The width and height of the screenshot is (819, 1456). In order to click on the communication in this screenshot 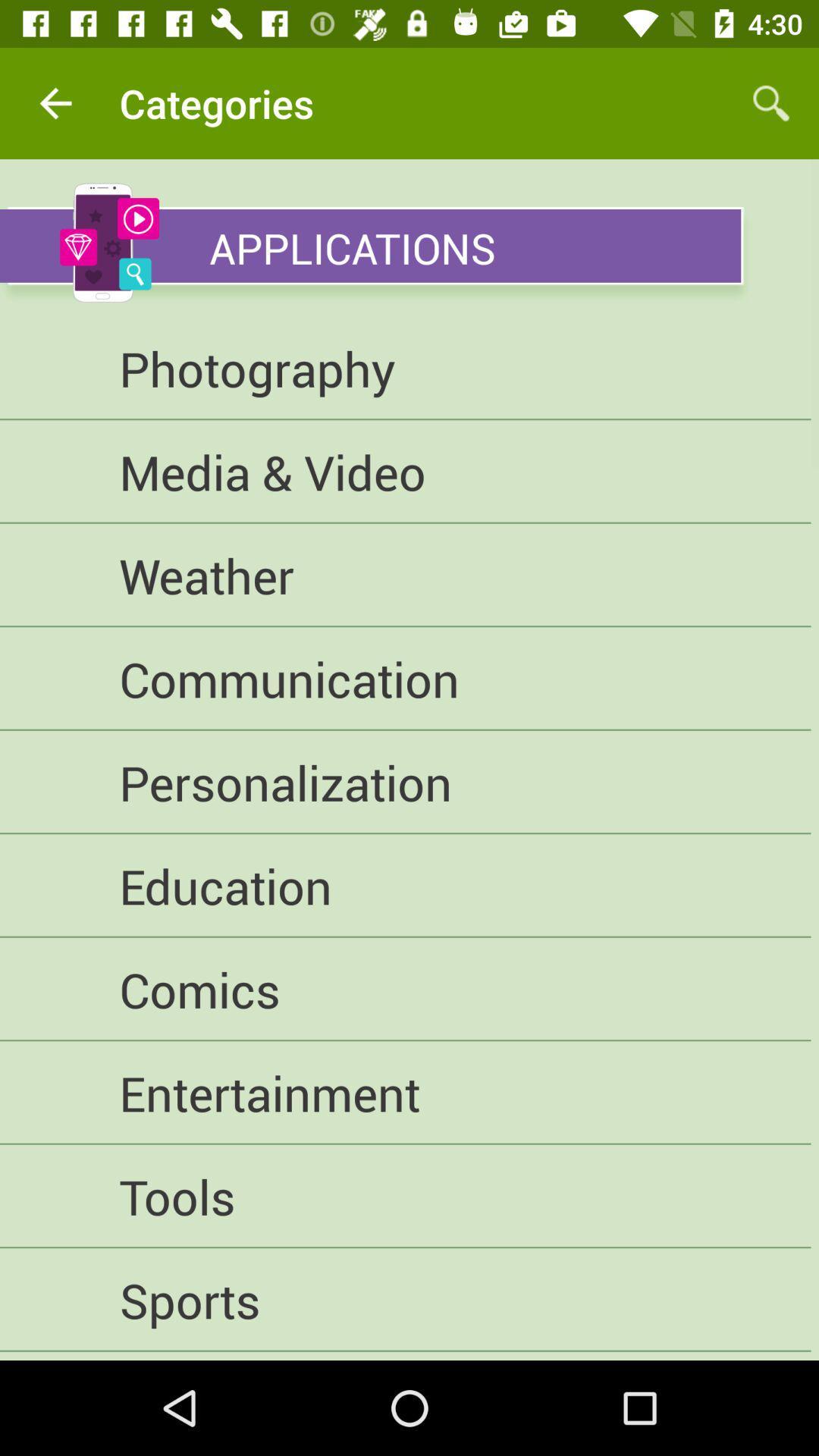, I will do `click(404, 678)`.